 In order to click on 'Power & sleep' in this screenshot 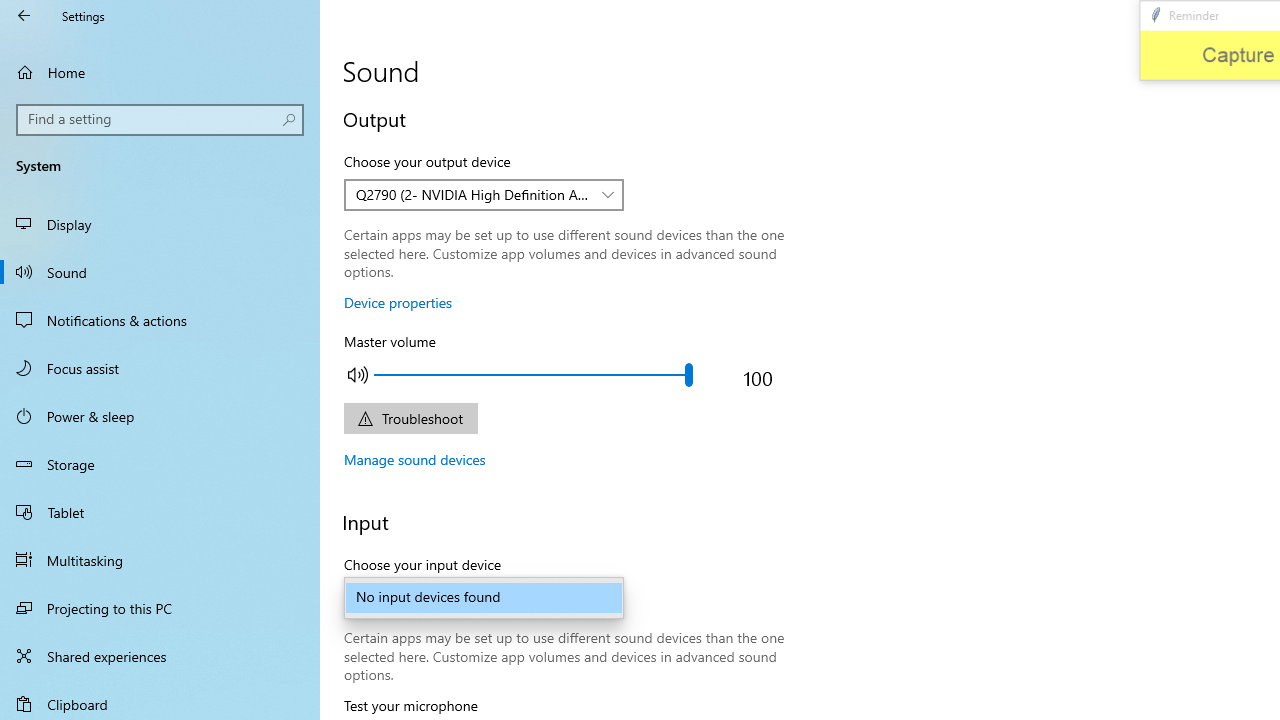, I will do `click(160, 414)`.